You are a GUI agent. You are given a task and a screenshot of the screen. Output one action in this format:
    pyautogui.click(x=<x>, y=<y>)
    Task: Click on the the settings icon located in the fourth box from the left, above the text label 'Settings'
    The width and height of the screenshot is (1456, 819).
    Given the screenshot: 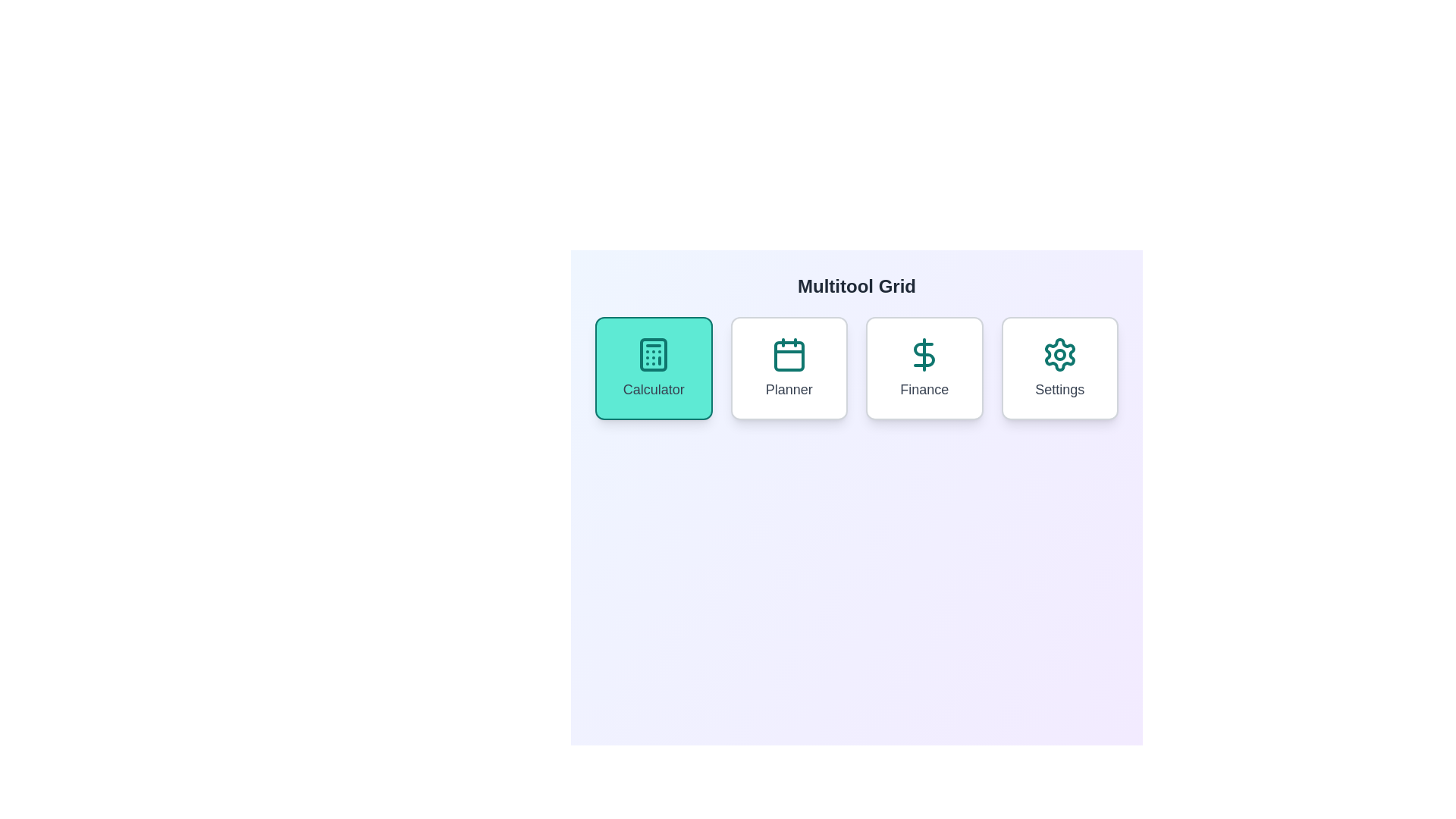 What is the action you would take?
    pyautogui.click(x=1059, y=354)
    